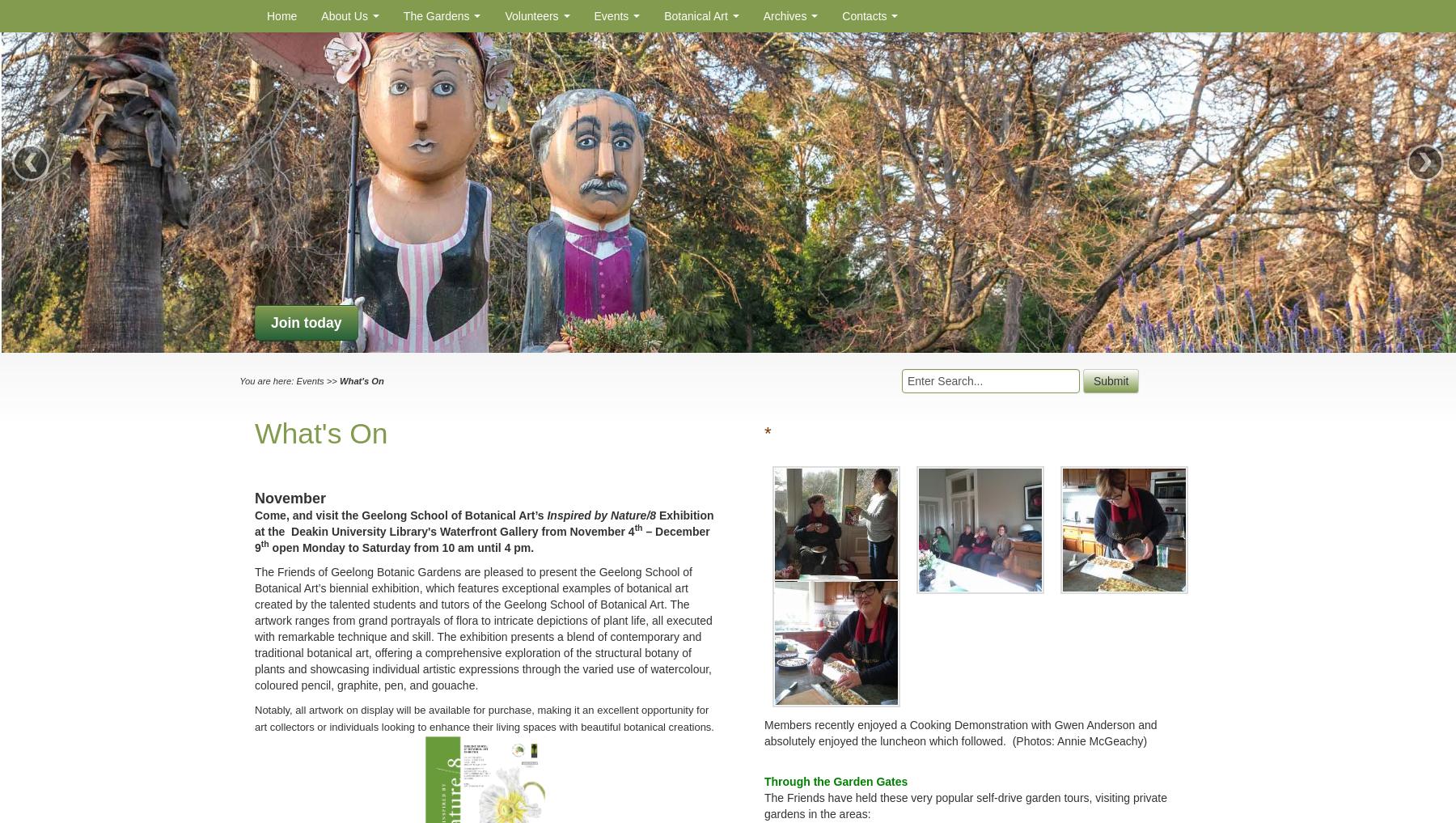  Describe the element at coordinates (331, 380) in the screenshot. I see `'>>'` at that location.